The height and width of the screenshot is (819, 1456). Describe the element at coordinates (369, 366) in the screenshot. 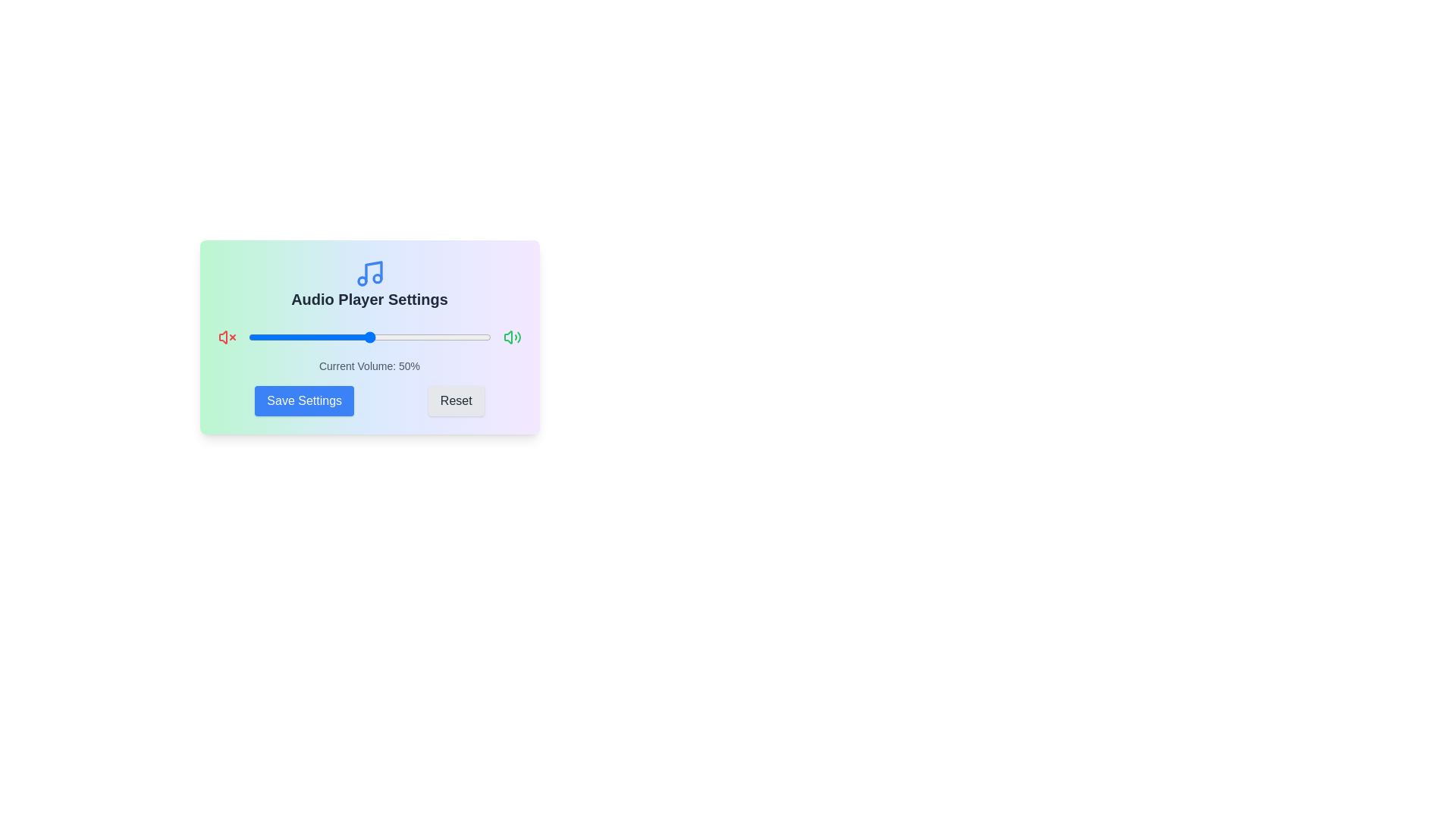

I see `the Static Text Label displaying the current volume level of 50% in the 'Audio Player Settings' interface, located beneath the volume slider` at that location.